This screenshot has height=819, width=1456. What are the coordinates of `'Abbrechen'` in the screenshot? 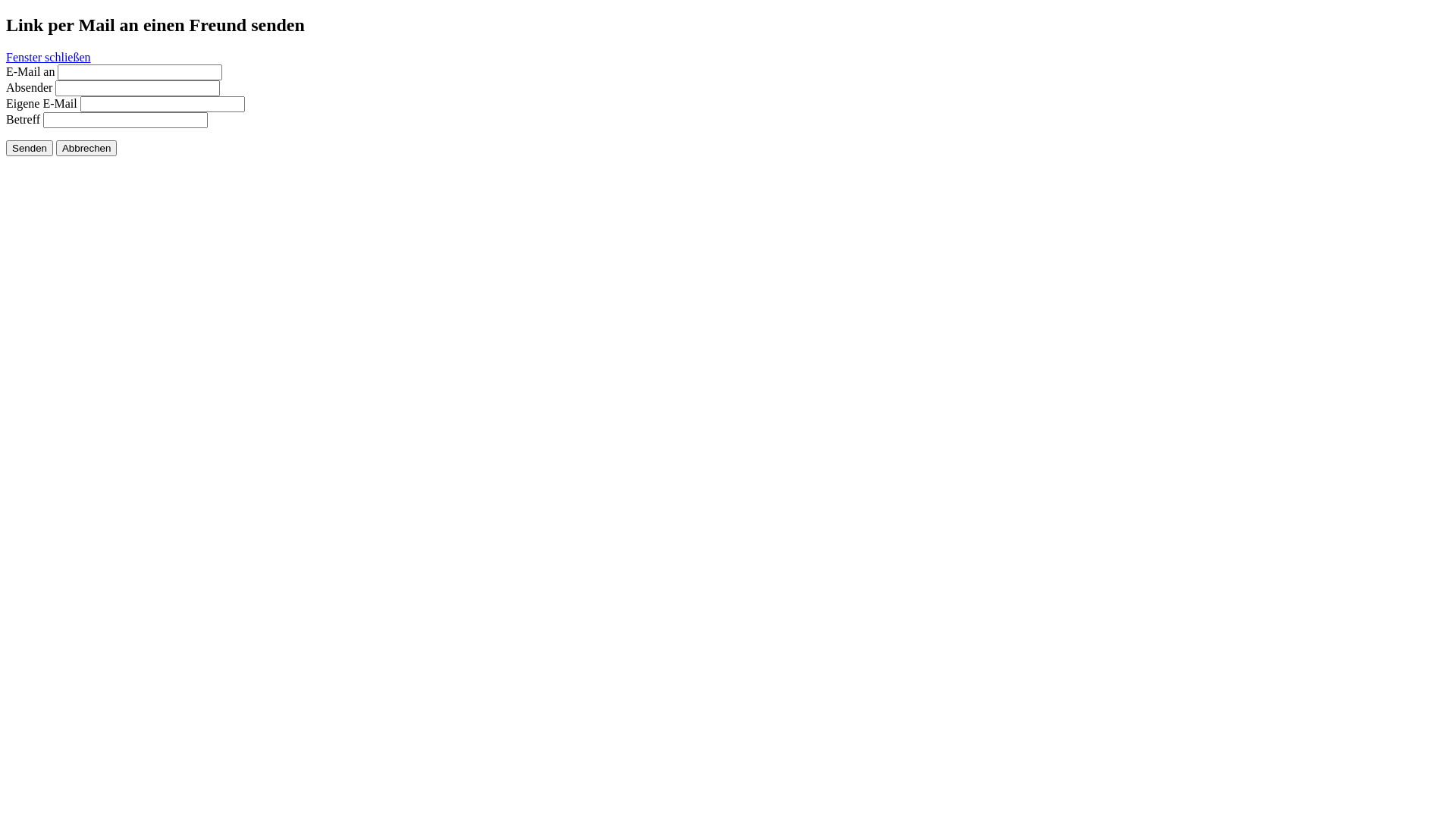 It's located at (55, 148).